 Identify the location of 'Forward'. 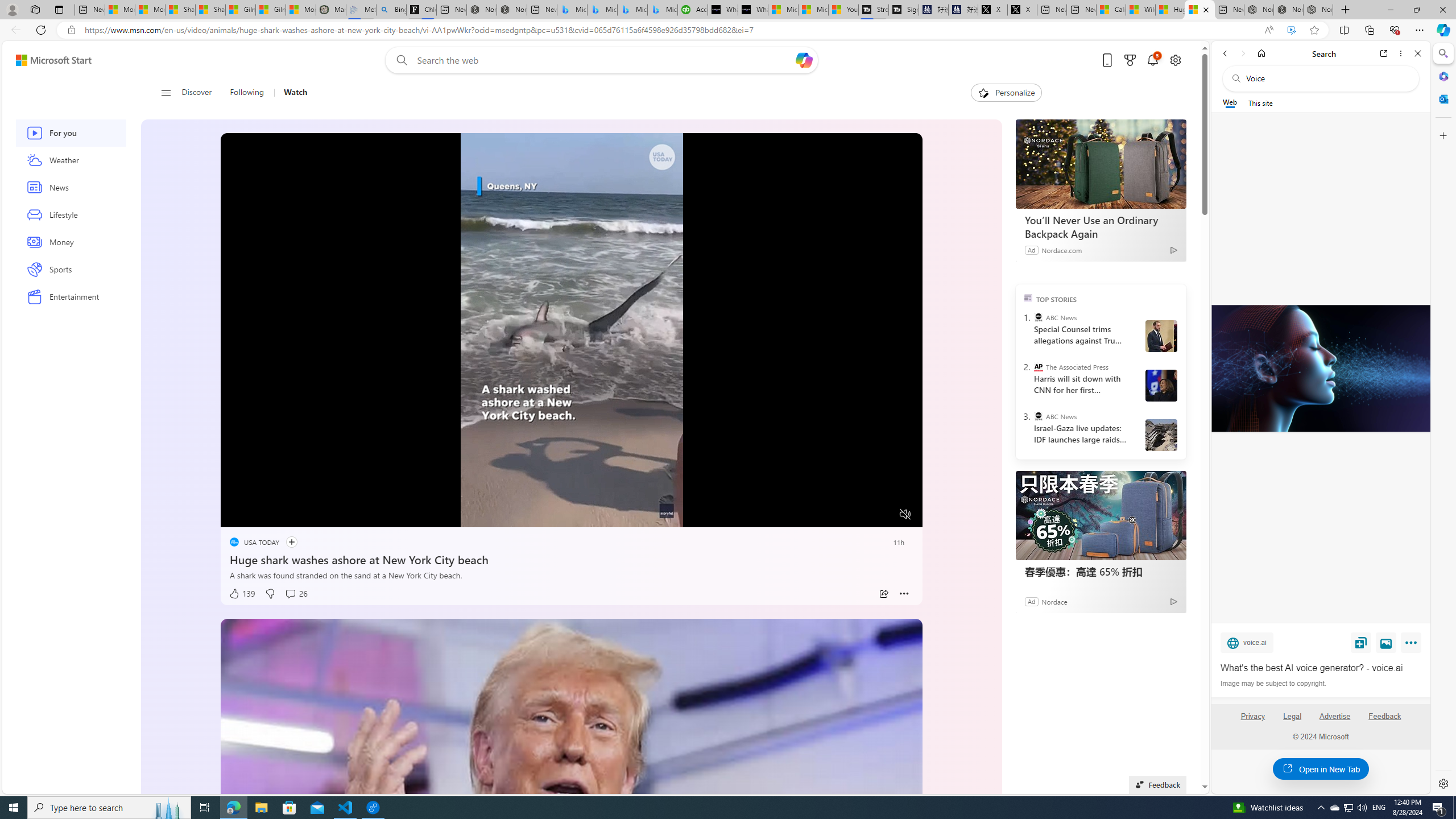
(1242, 53).